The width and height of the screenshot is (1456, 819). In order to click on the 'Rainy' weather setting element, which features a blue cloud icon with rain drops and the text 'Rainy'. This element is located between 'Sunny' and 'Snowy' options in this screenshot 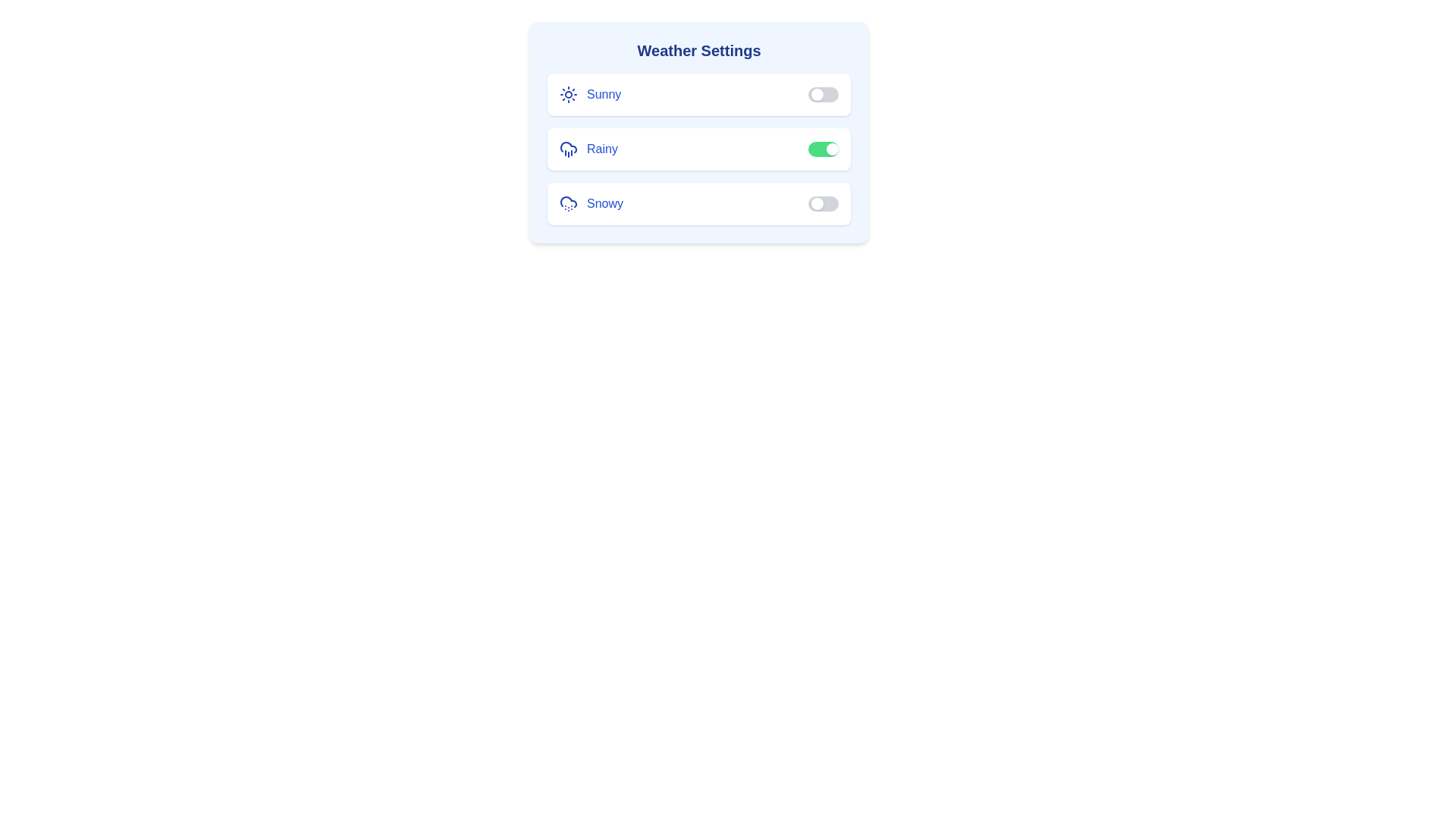, I will do `click(588, 149)`.